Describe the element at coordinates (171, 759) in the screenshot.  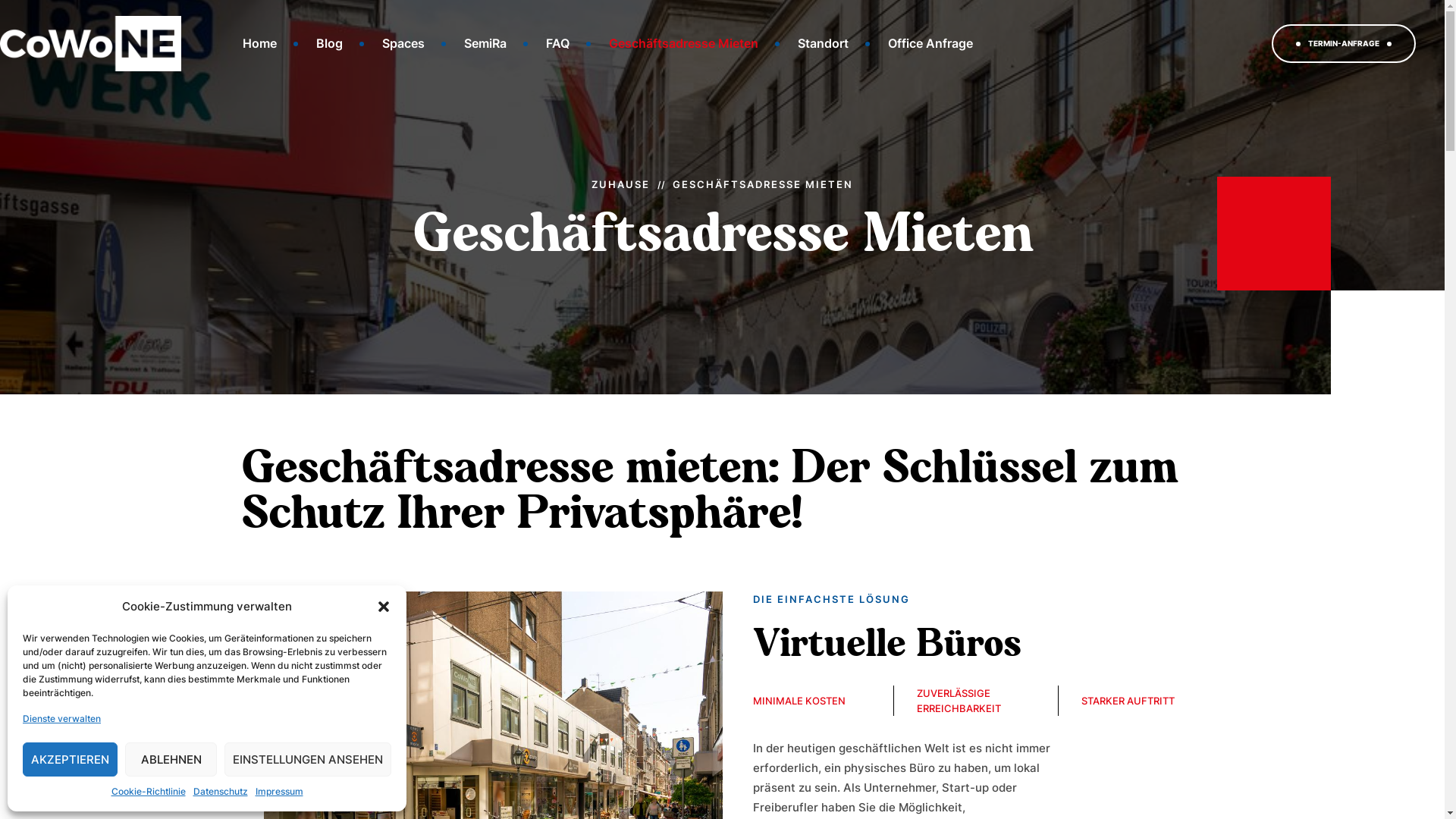
I see `'ABLEHNEN'` at that location.